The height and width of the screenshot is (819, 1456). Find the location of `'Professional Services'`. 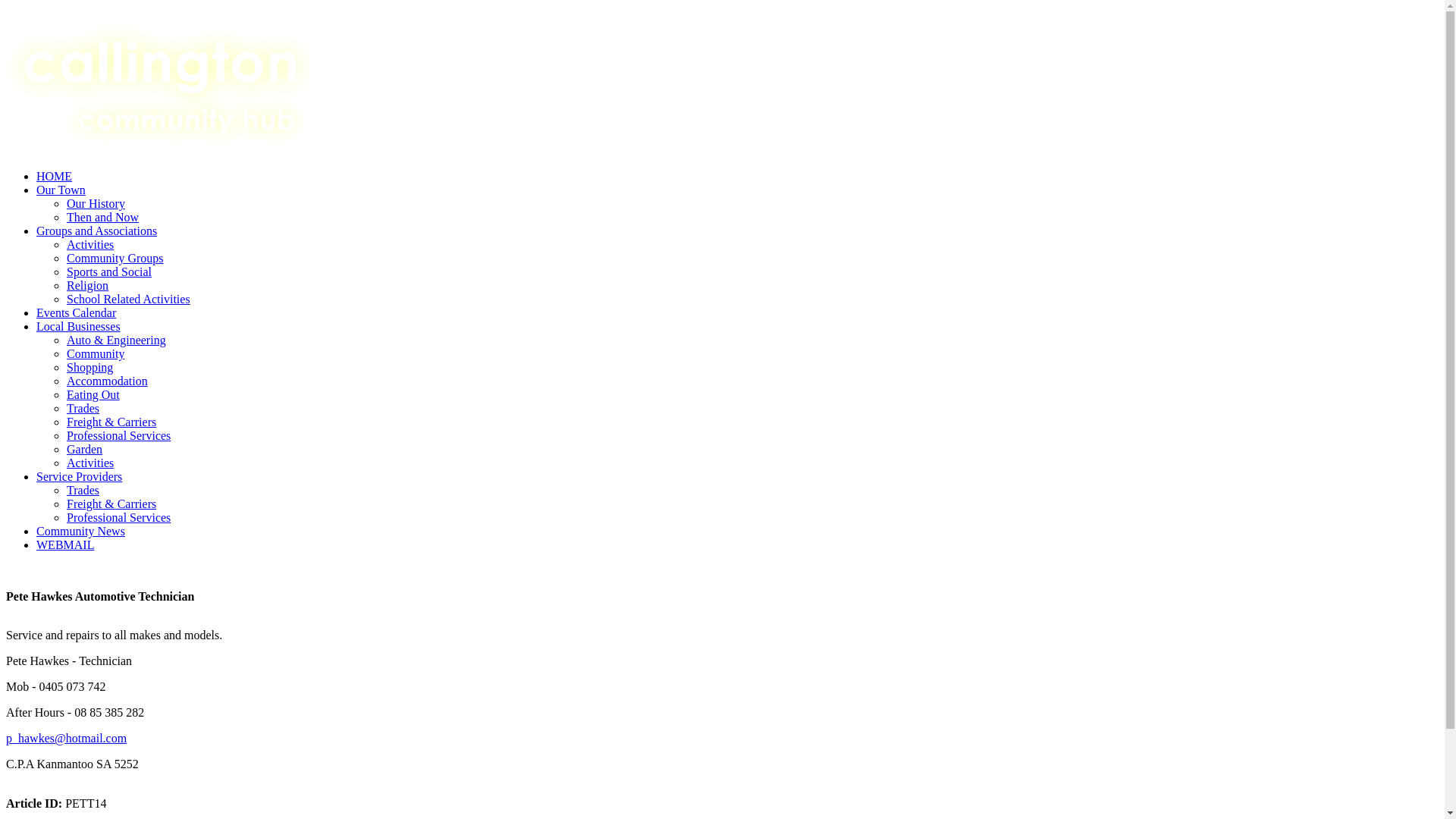

'Professional Services' is located at coordinates (118, 435).